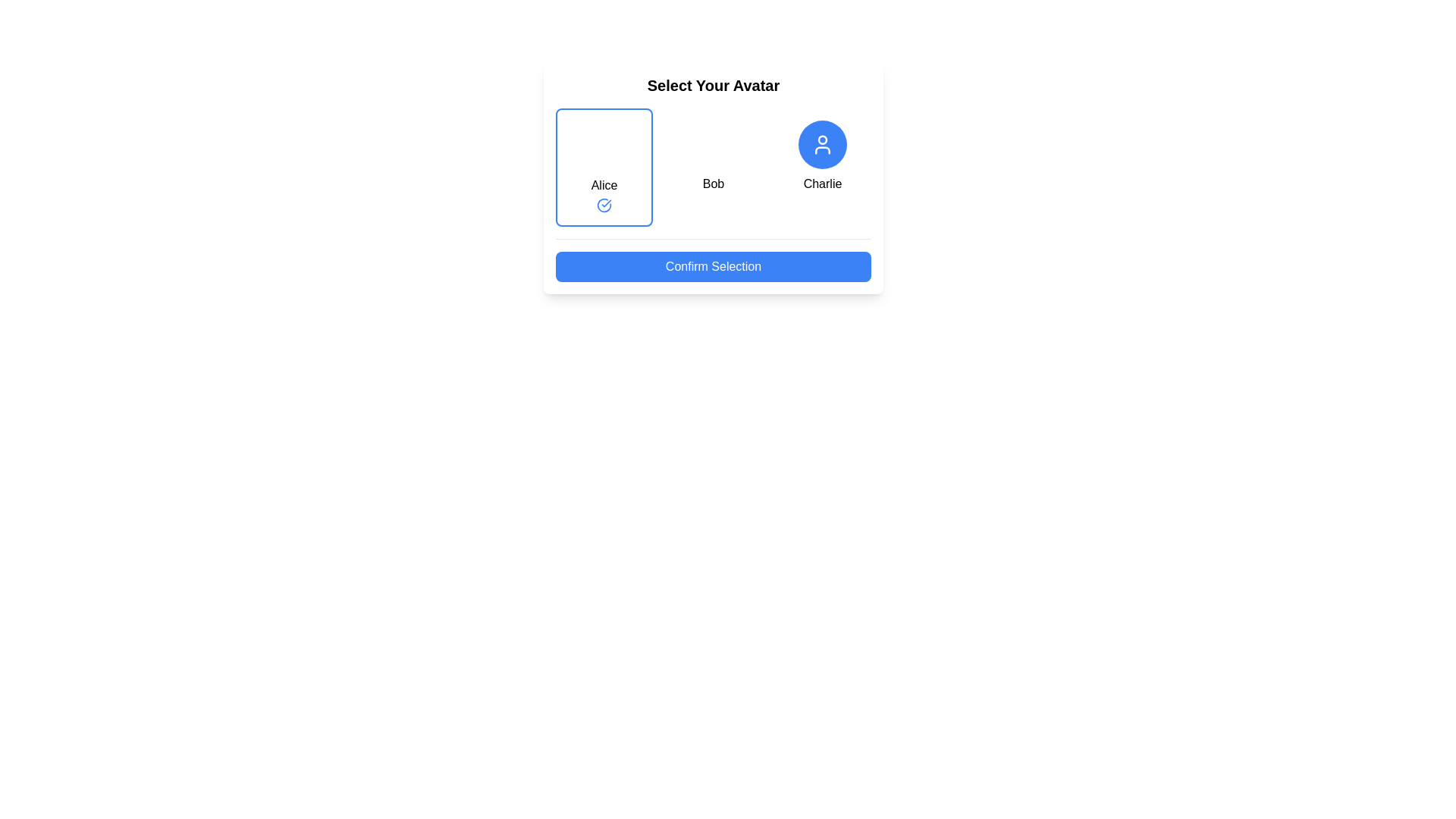  Describe the element at coordinates (712, 145) in the screenshot. I see `the Avatar selector button for 'Bob'` at that location.